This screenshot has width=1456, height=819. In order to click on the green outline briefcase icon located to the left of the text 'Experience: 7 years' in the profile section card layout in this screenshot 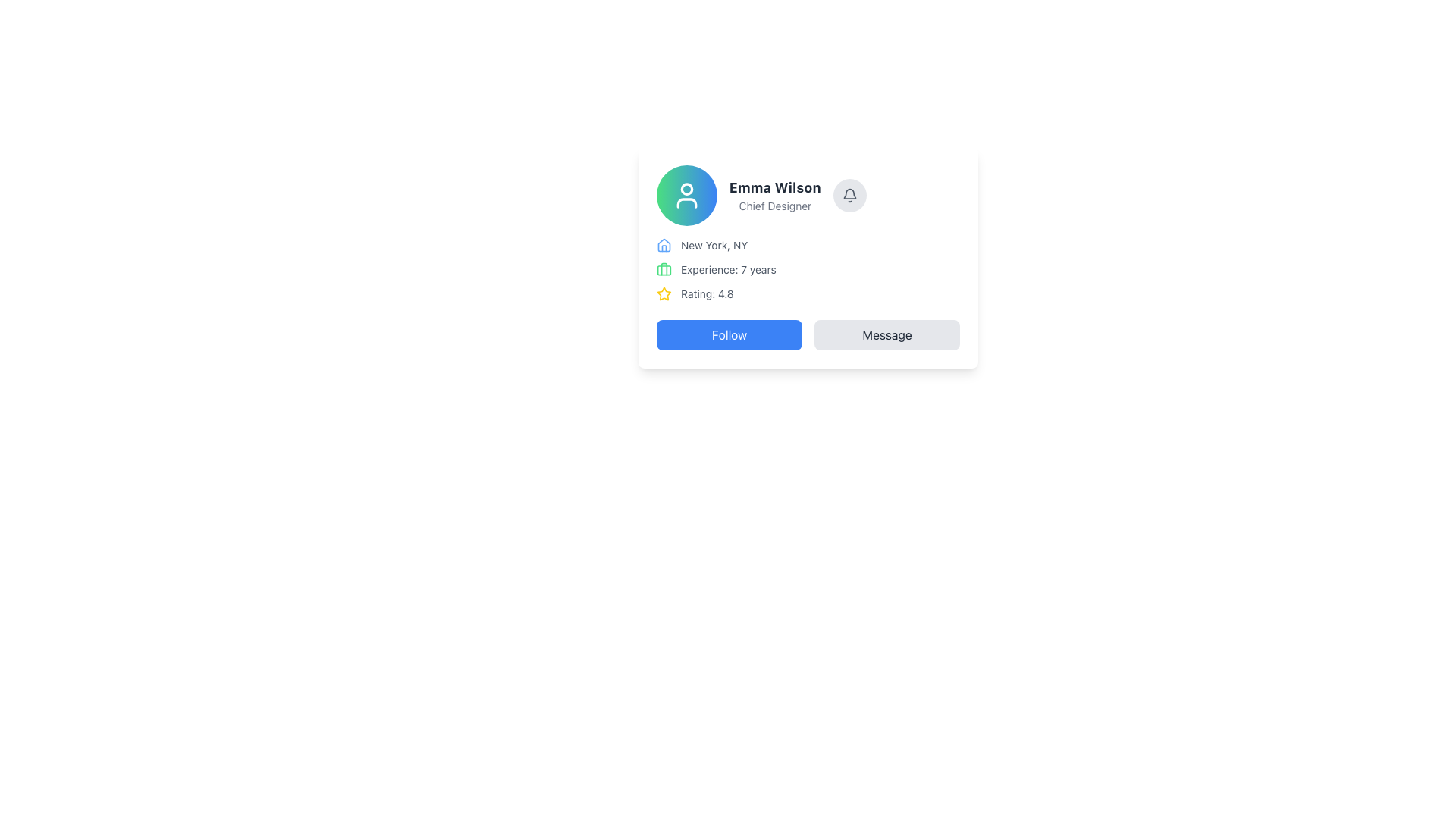, I will do `click(664, 268)`.